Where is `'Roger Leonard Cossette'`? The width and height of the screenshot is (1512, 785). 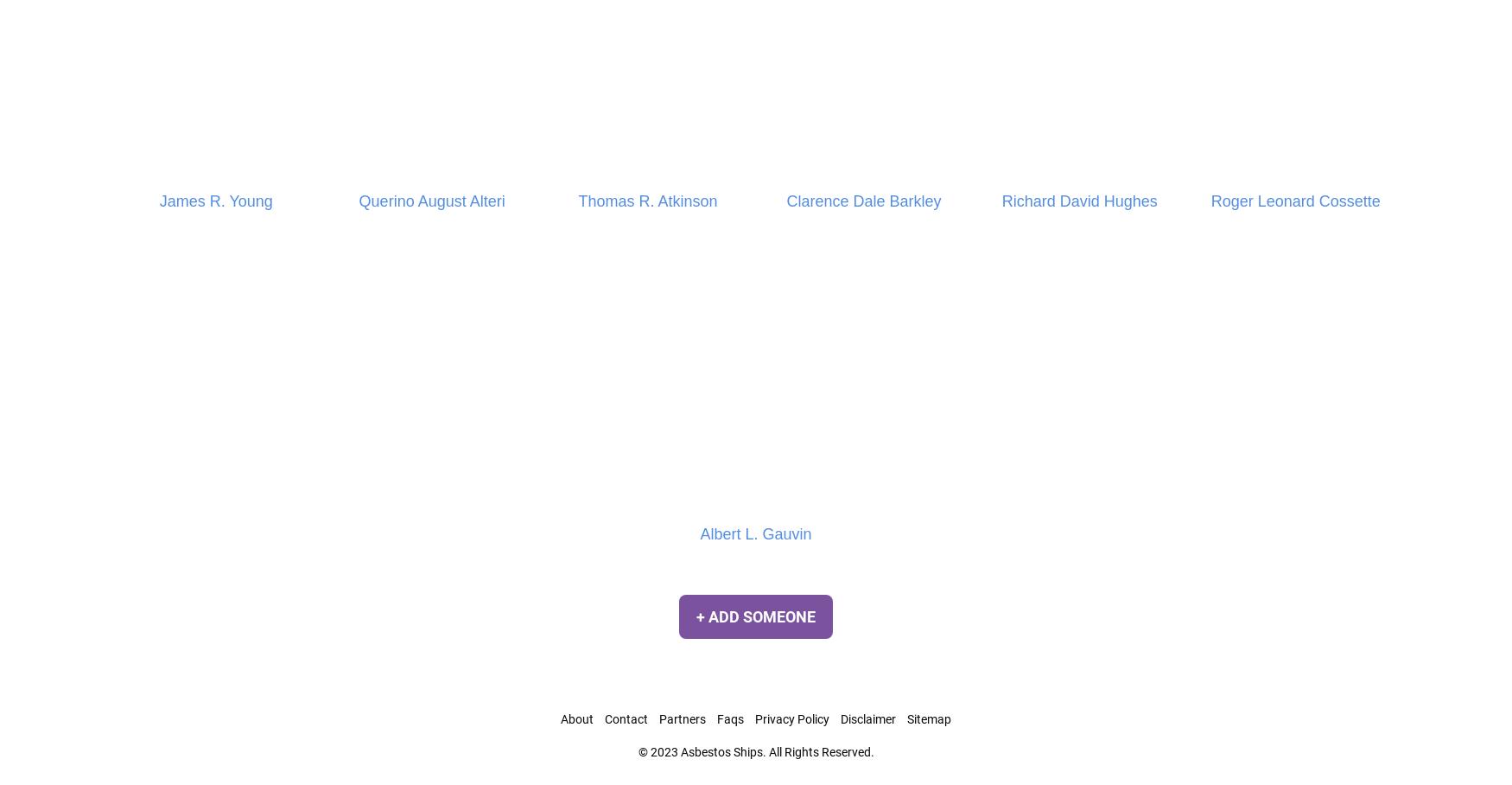 'Roger Leonard Cossette' is located at coordinates (1295, 199).